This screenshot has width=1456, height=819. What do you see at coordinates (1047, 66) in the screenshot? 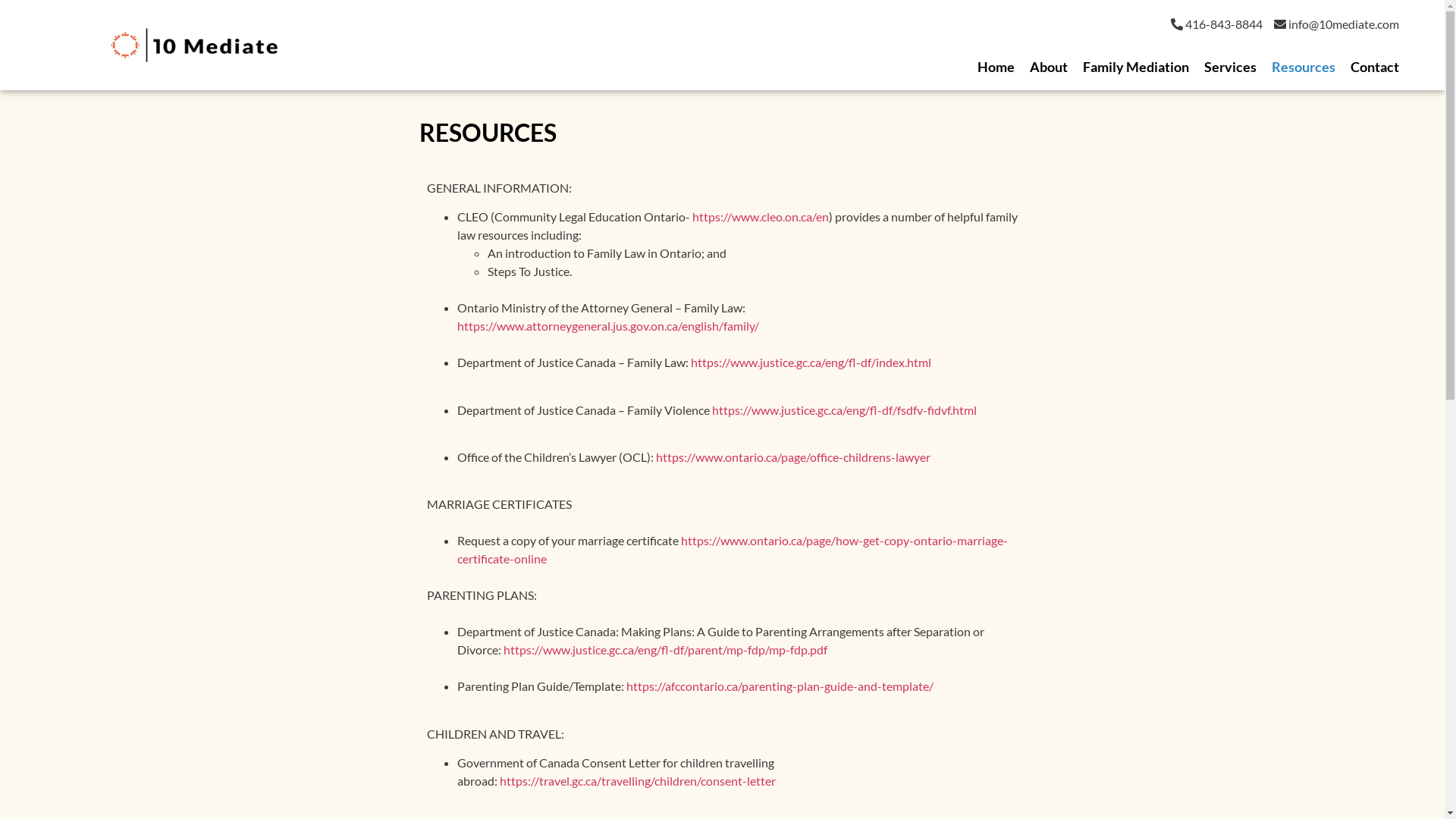
I see `'About'` at bounding box center [1047, 66].